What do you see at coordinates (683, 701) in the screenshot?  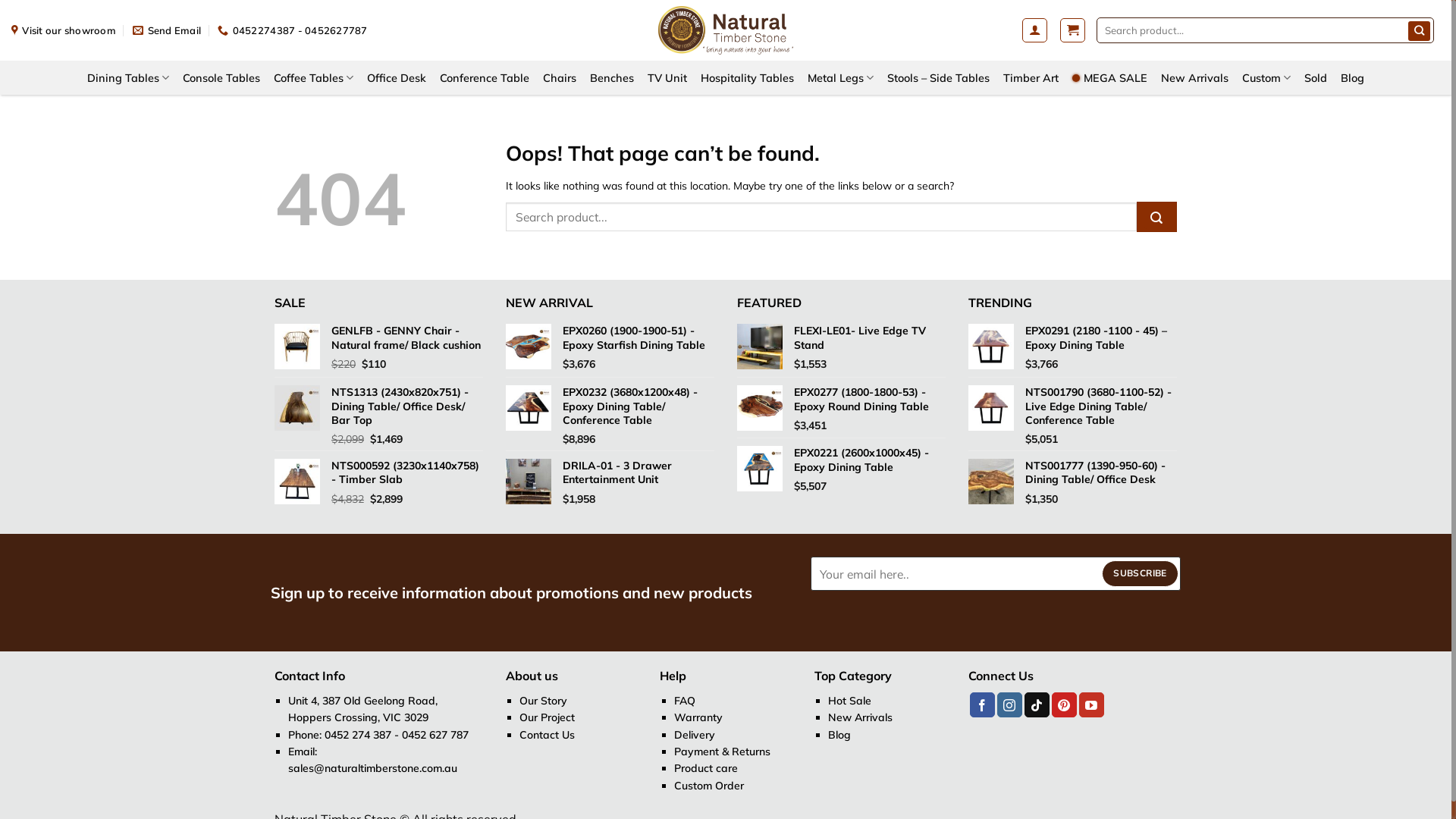 I see `'FAQ'` at bounding box center [683, 701].